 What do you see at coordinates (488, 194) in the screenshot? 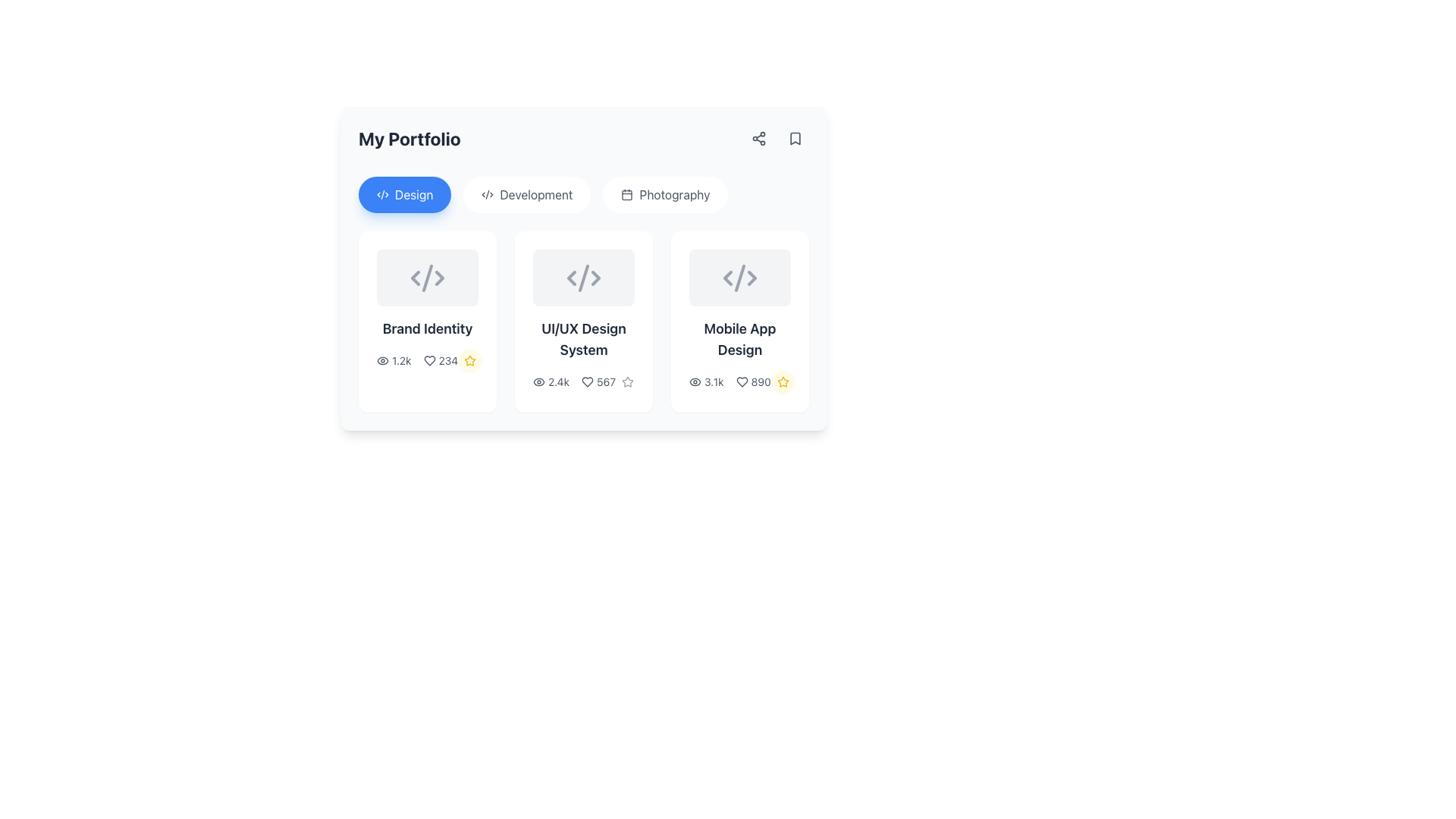
I see `the XML code icon, which is a 24x24 pixel minimalistic line art design located to the left of the text 'Development' in the navigation bar` at bounding box center [488, 194].